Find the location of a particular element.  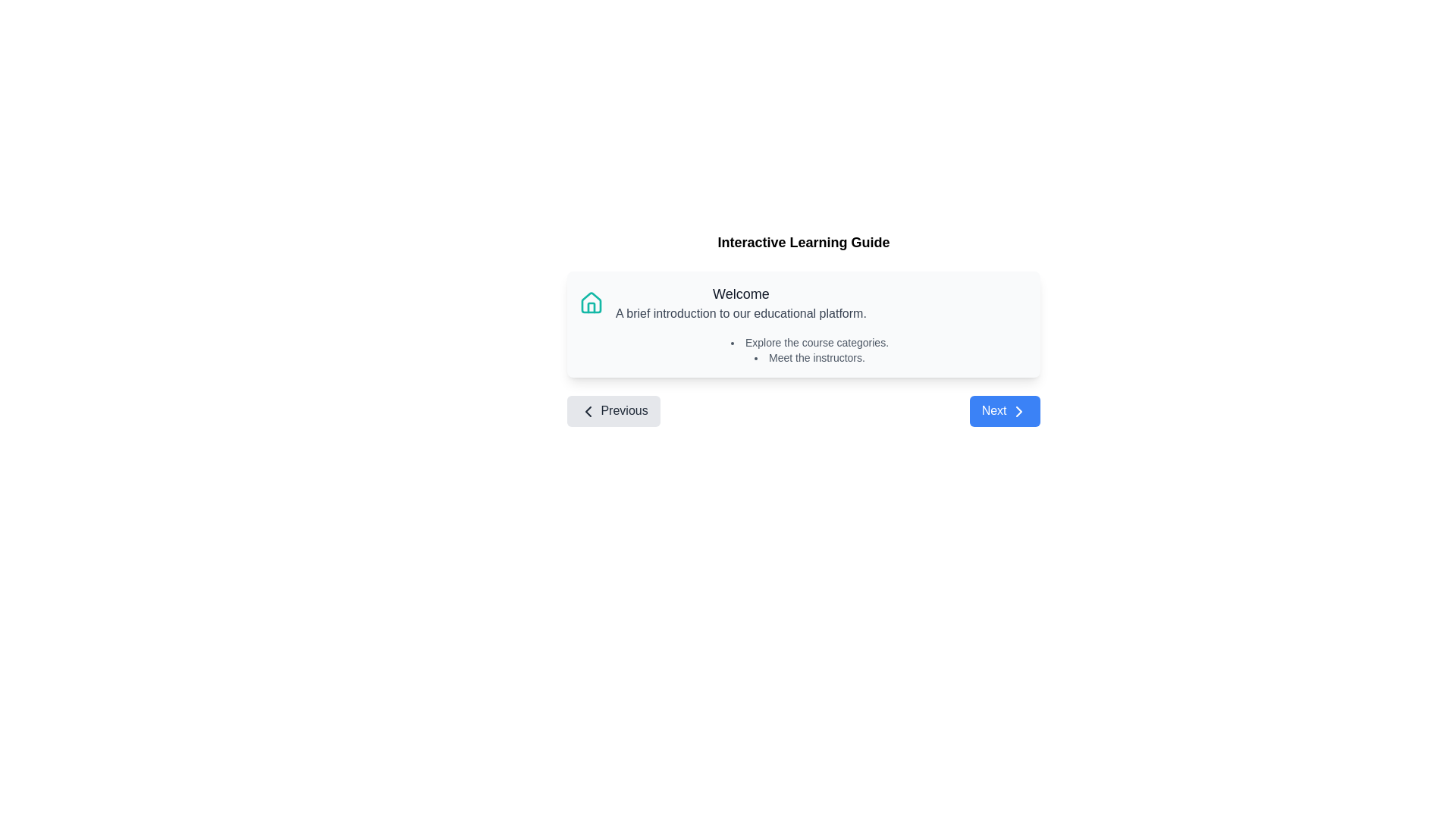

the forward icon located at the far right end of the blue rectangular 'Next' button for interaction feedback is located at coordinates (1019, 411).